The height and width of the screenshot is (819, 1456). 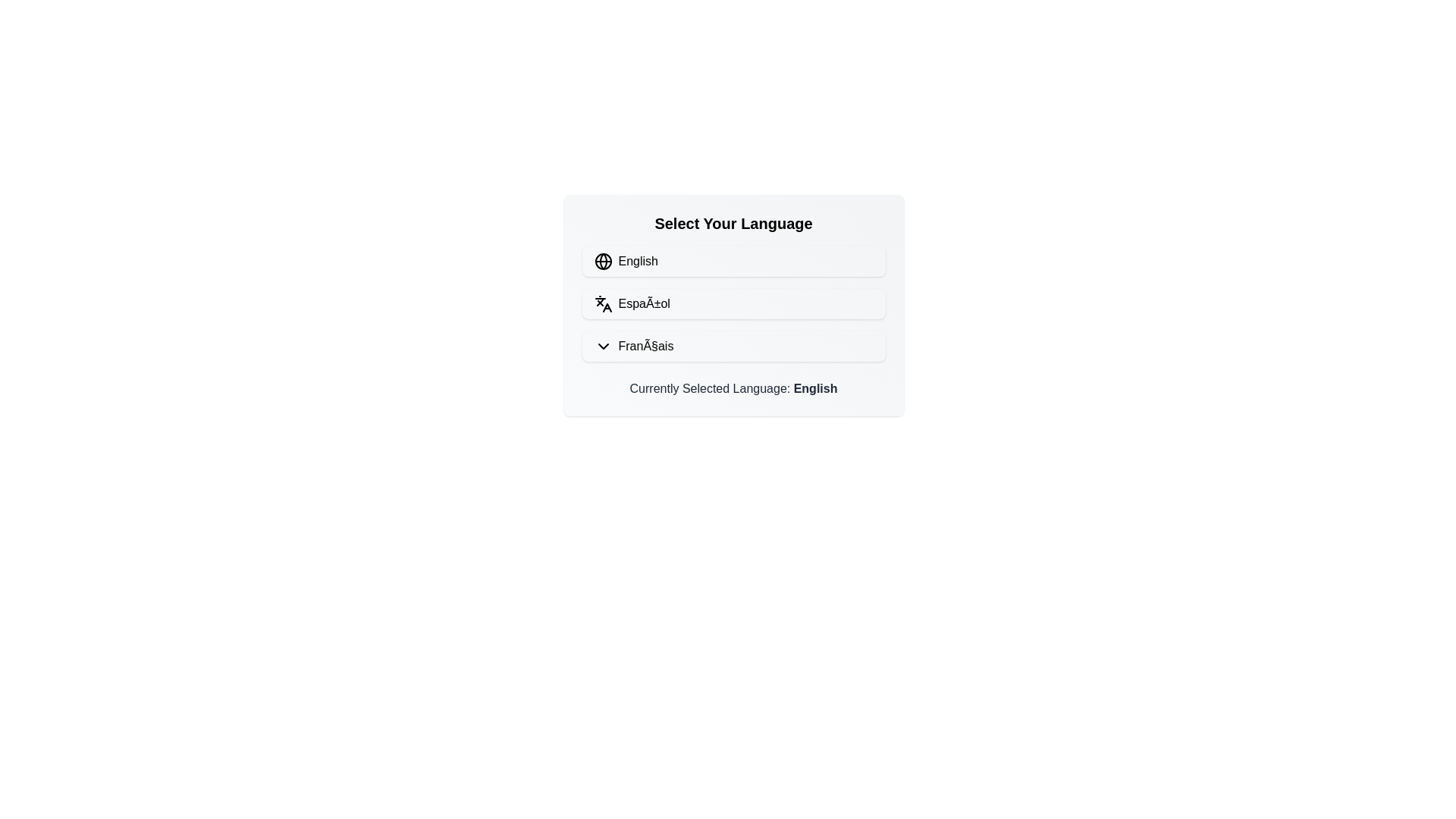 I want to click on the 'Español' selectable list item, which is the second choice in the language selection list, so click(x=733, y=305).